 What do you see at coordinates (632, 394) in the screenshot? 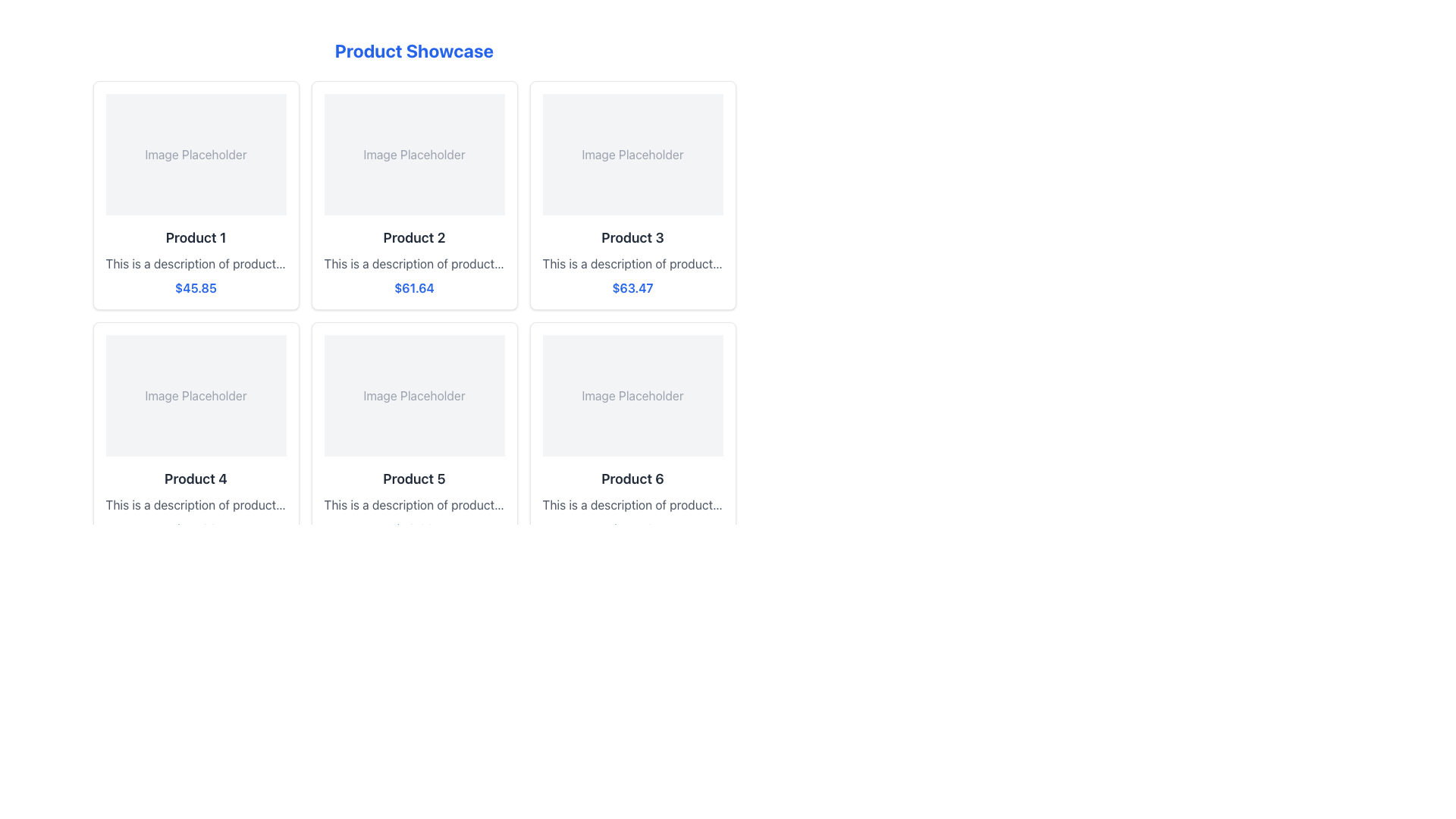
I see `the image placeholder section for 'Product 6' to add or replace the image` at bounding box center [632, 394].